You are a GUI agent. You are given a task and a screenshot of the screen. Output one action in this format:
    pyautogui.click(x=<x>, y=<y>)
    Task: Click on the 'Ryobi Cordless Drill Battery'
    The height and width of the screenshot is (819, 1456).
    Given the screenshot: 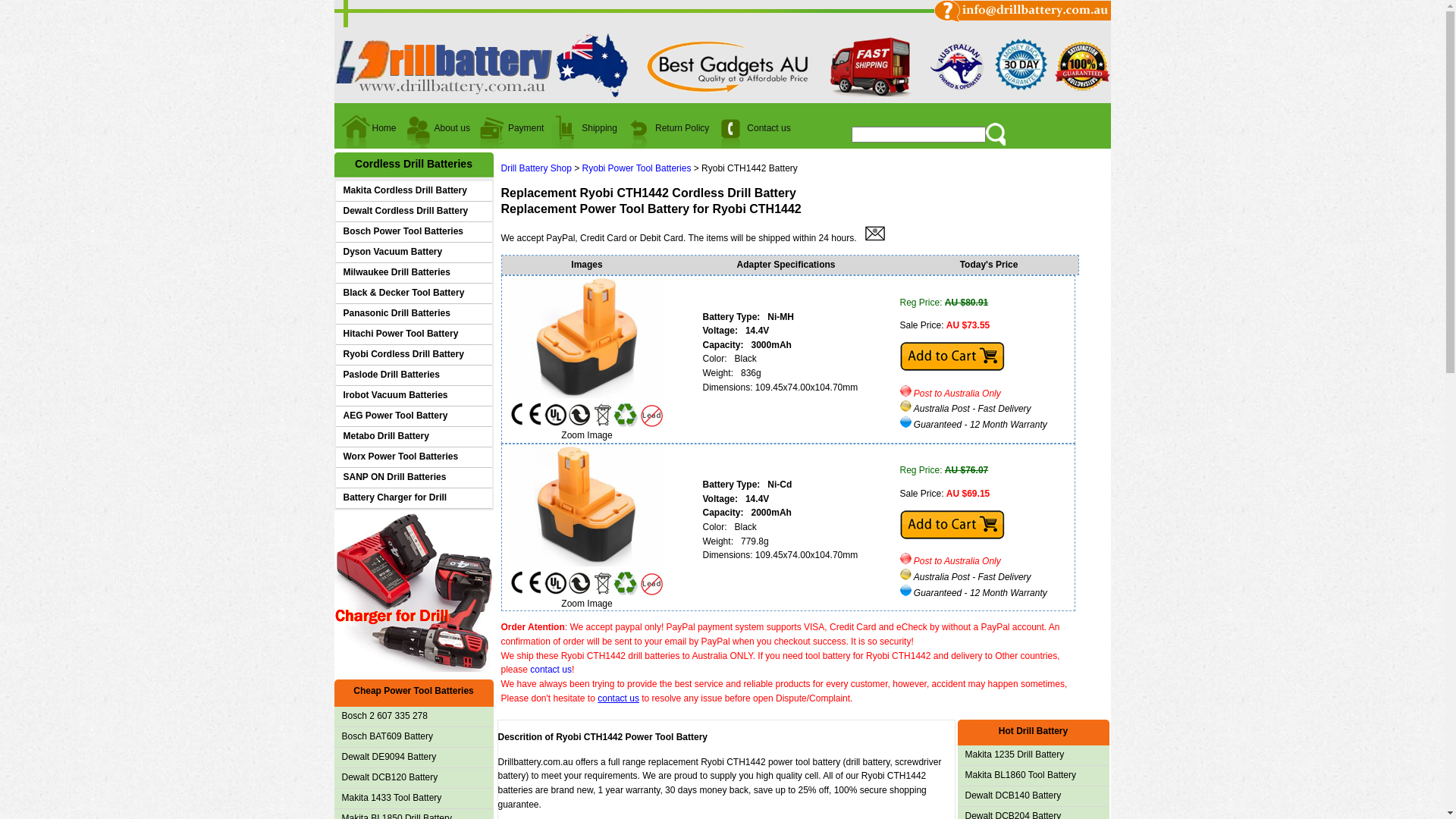 What is the action you would take?
    pyautogui.click(x=413, y=354)
    